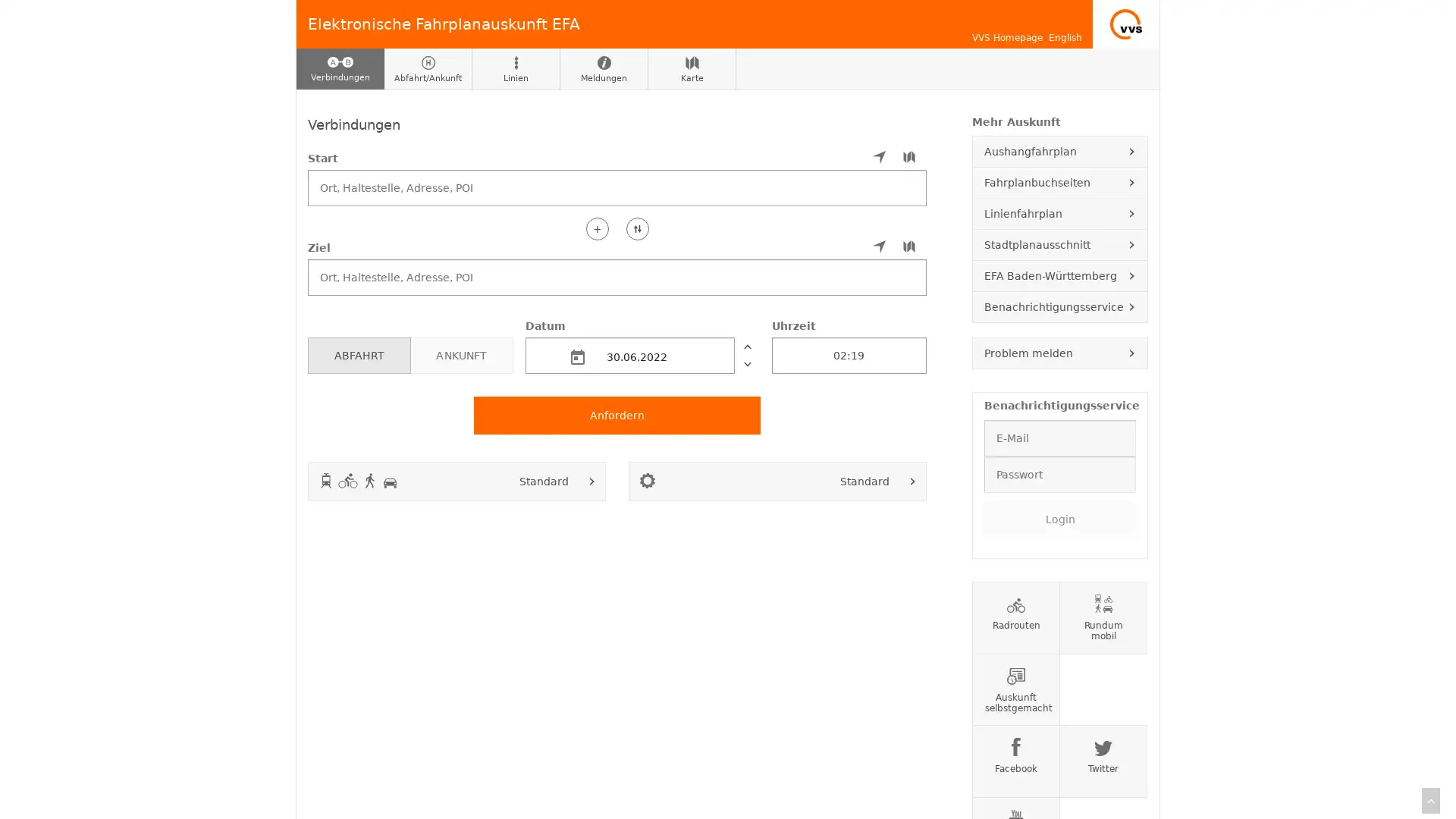 Image resolution: width=1456 pixels, height=819 pixels. I want to click on ANKUNFT, so click(460, 354).